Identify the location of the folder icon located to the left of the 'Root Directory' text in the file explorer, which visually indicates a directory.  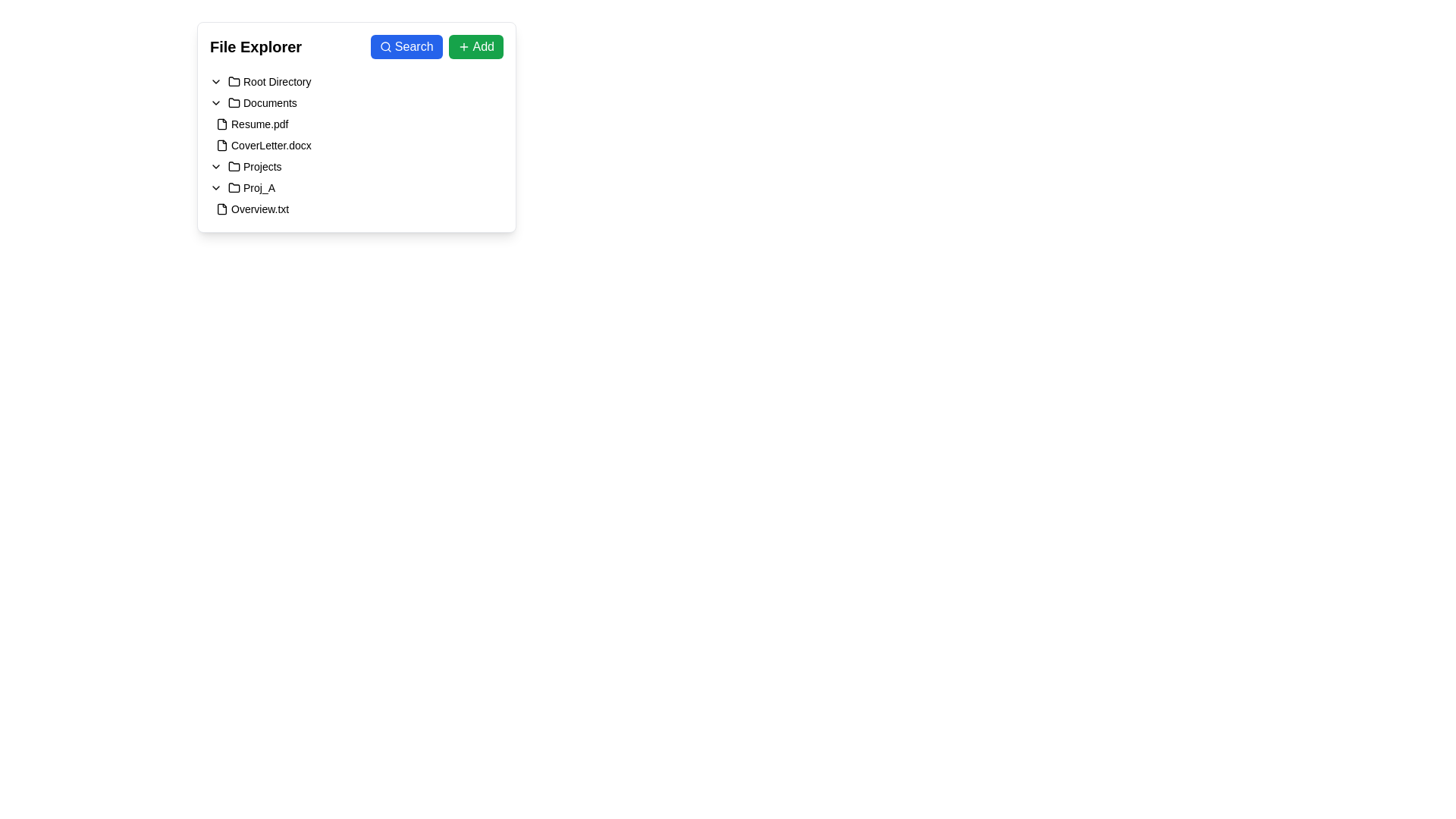
(233, 82).